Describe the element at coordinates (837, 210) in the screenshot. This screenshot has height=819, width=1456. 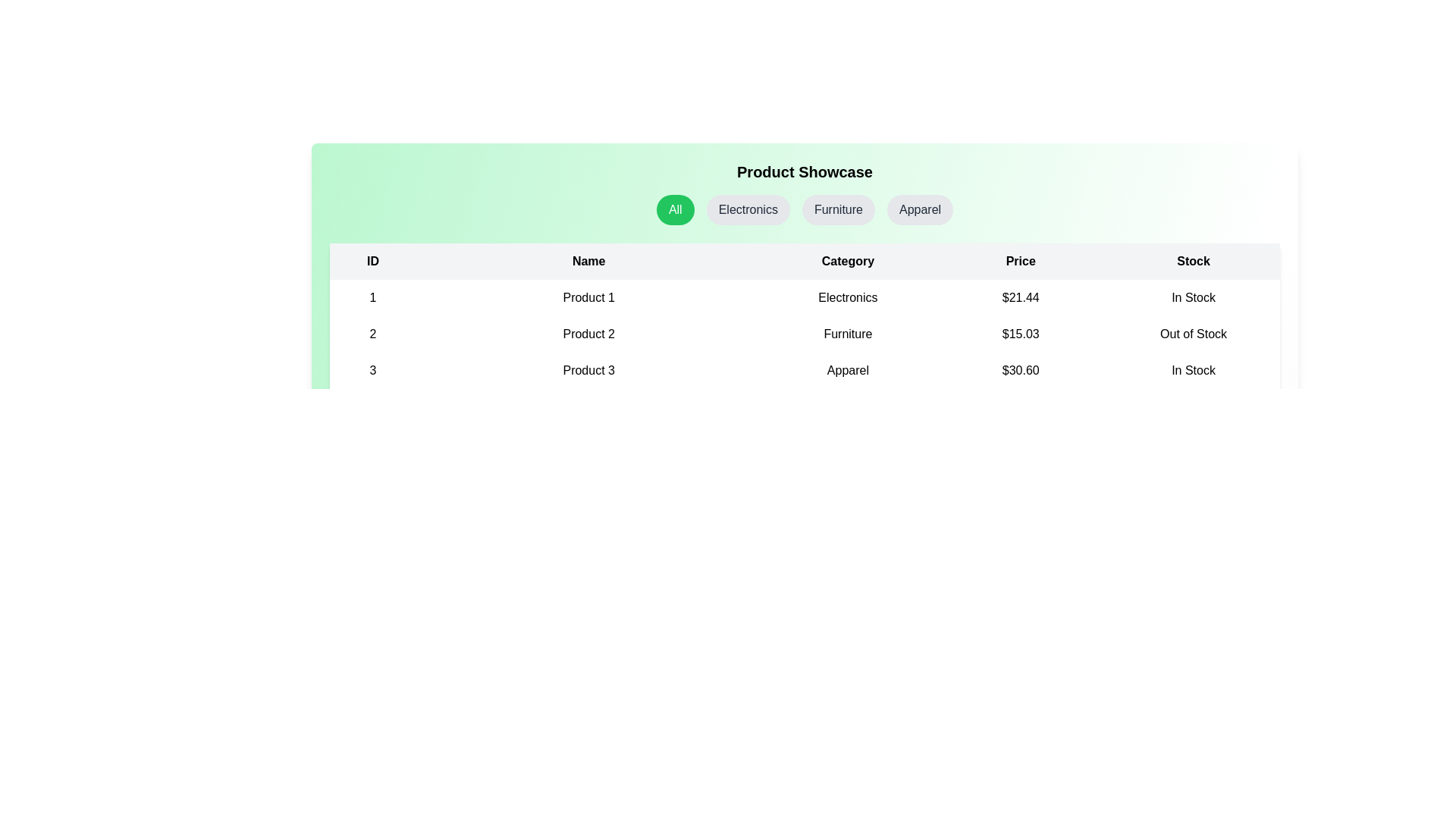
I see `the category button labeled Furniture to filter products` at that location.